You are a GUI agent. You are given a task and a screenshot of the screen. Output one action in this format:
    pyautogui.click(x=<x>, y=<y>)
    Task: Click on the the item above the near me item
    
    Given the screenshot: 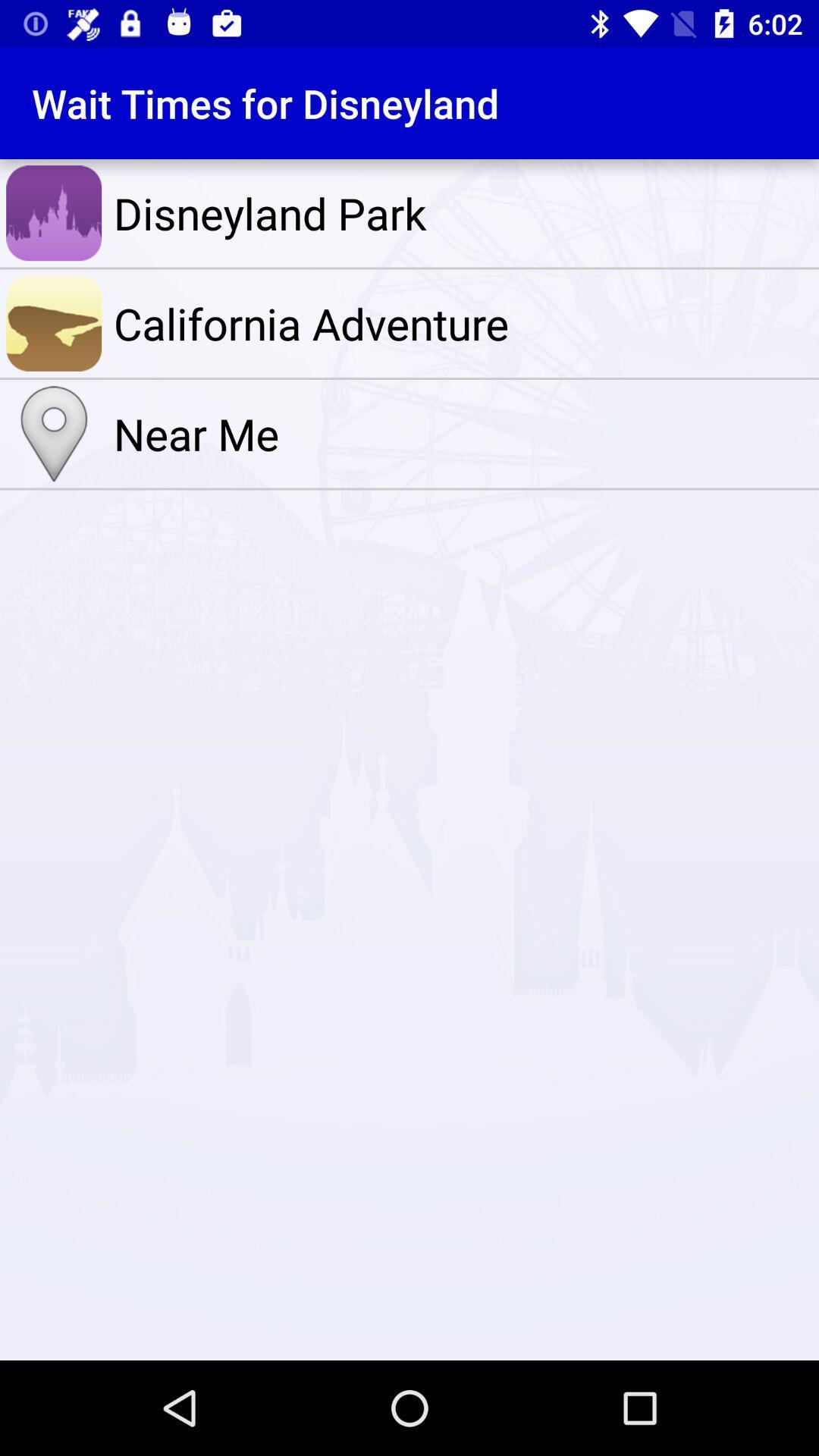 What is the action you would take?
    pyautogui.click(x=462, y=322)
    